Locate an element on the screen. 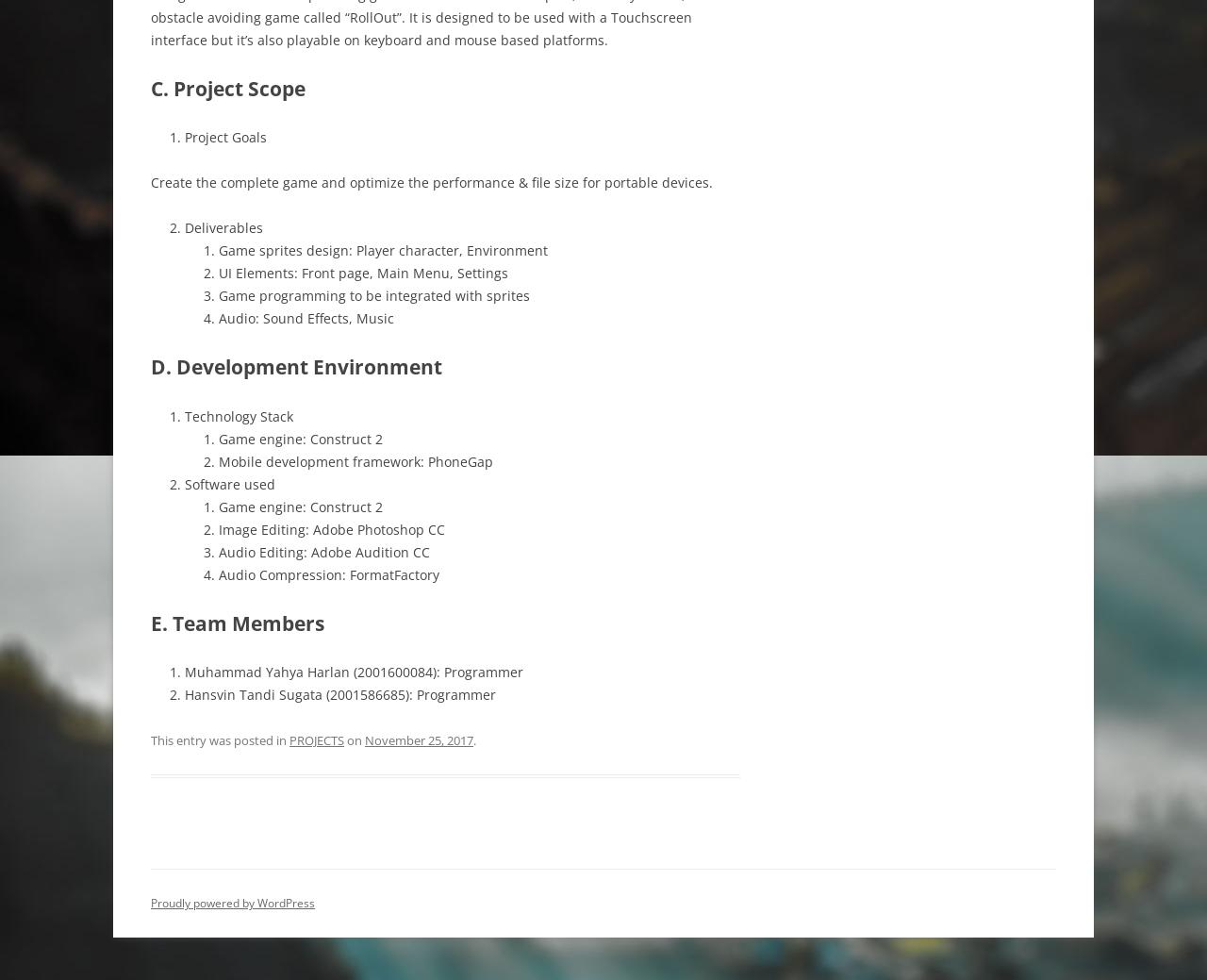 The height and width of the screenshot is (980, 1207). '.' is located at coordinates (474, 739).